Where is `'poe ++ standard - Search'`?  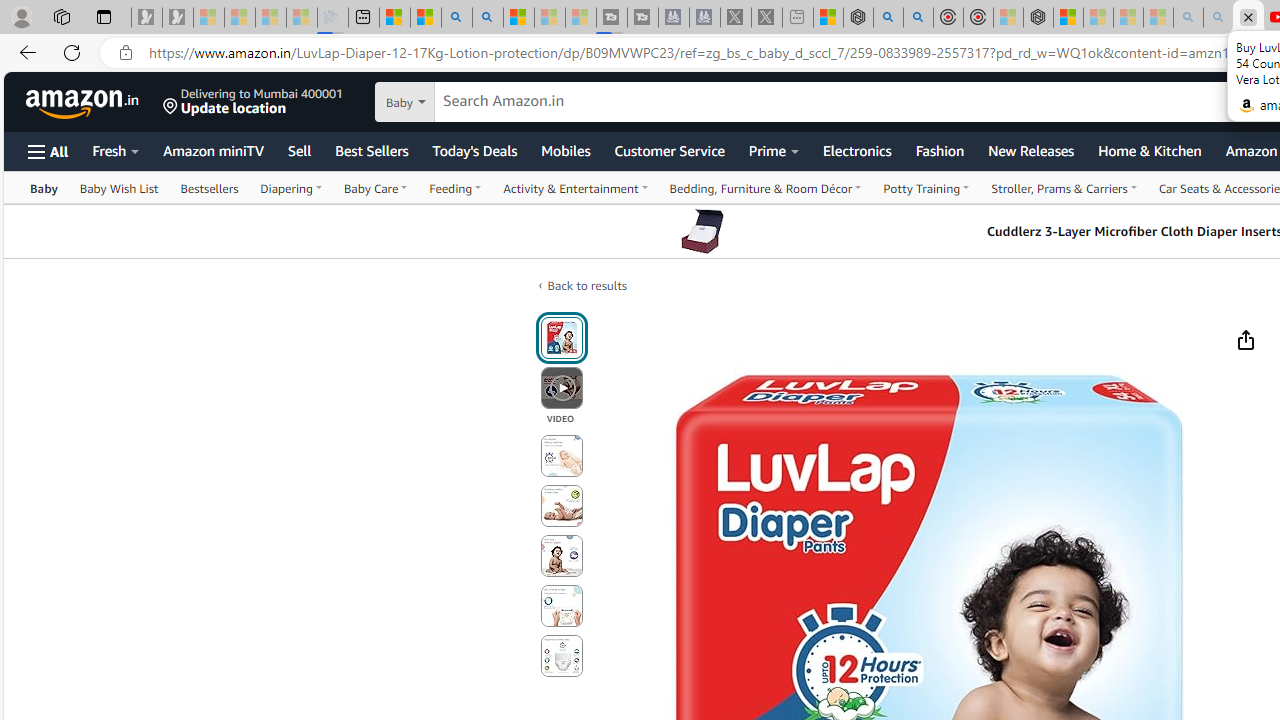
'poe ++ standard - Search' is located at coordinates (917, 17).